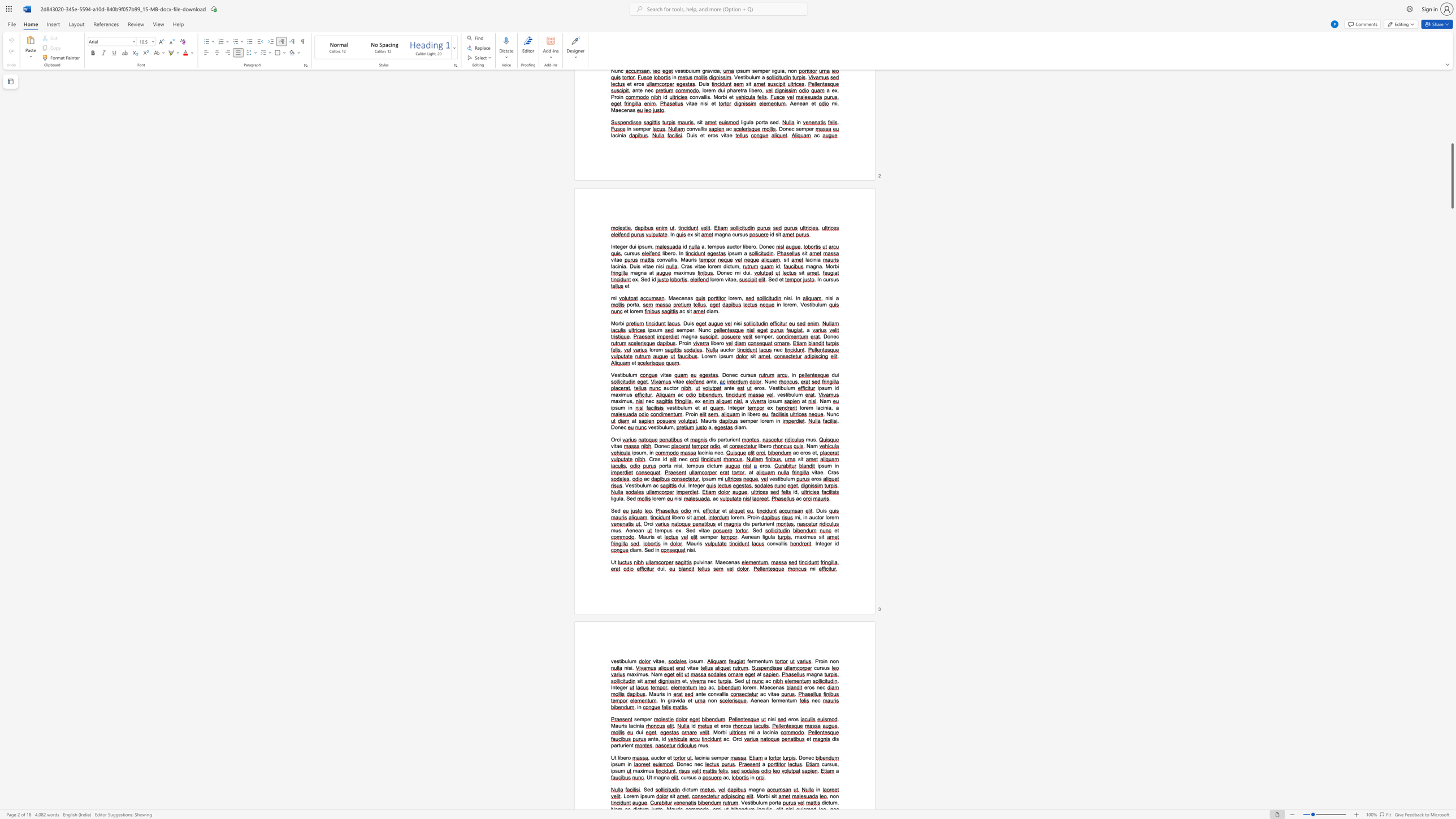  What do you see at coordinates (656, 757) in the screenshot?
I see `the space between the continuous character "u" and "c" in the text` at bounding box center [656, 757].